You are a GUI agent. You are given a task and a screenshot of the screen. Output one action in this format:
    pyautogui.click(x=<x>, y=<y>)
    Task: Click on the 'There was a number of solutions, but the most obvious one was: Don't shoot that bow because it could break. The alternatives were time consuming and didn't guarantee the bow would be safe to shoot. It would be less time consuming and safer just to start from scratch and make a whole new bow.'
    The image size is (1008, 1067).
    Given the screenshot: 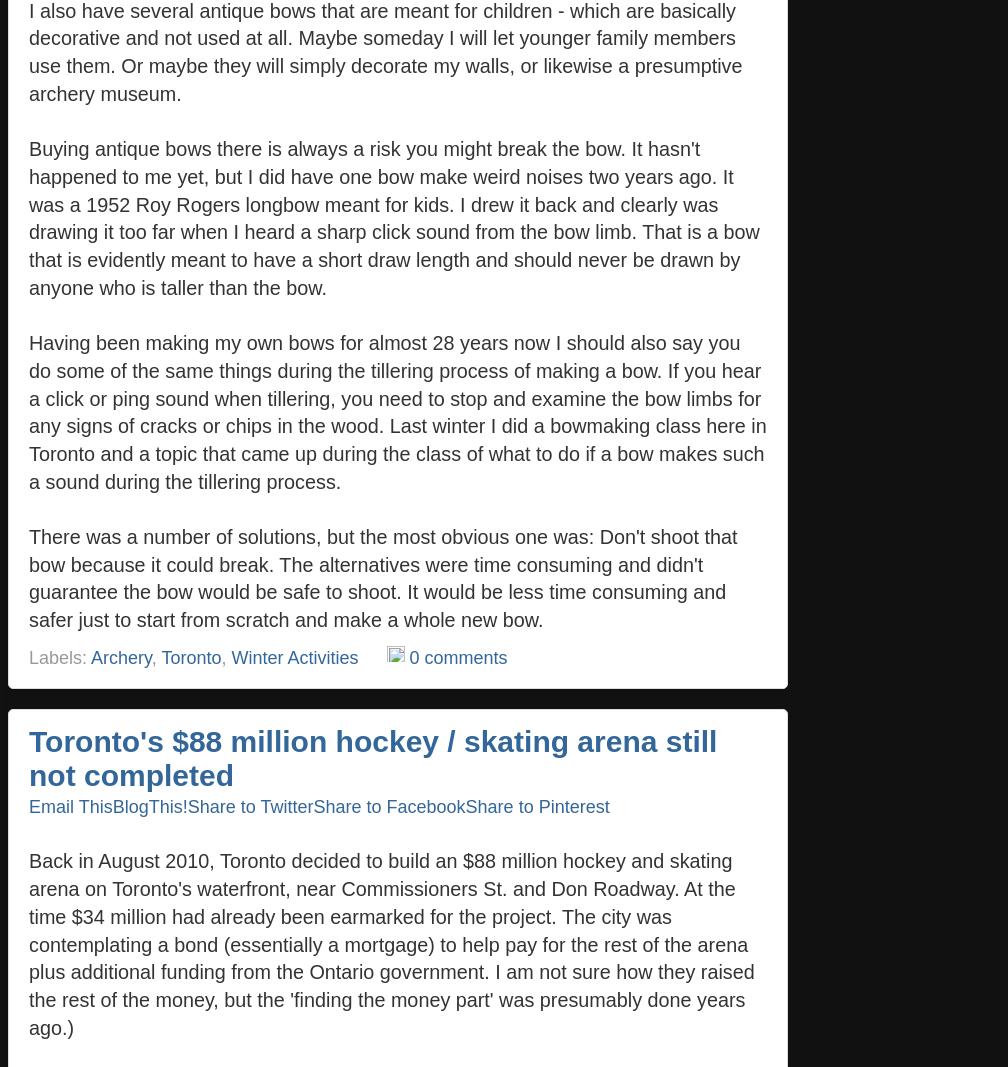 What is the action you would take?
    pyautogui.click(x=29, y=578)
    